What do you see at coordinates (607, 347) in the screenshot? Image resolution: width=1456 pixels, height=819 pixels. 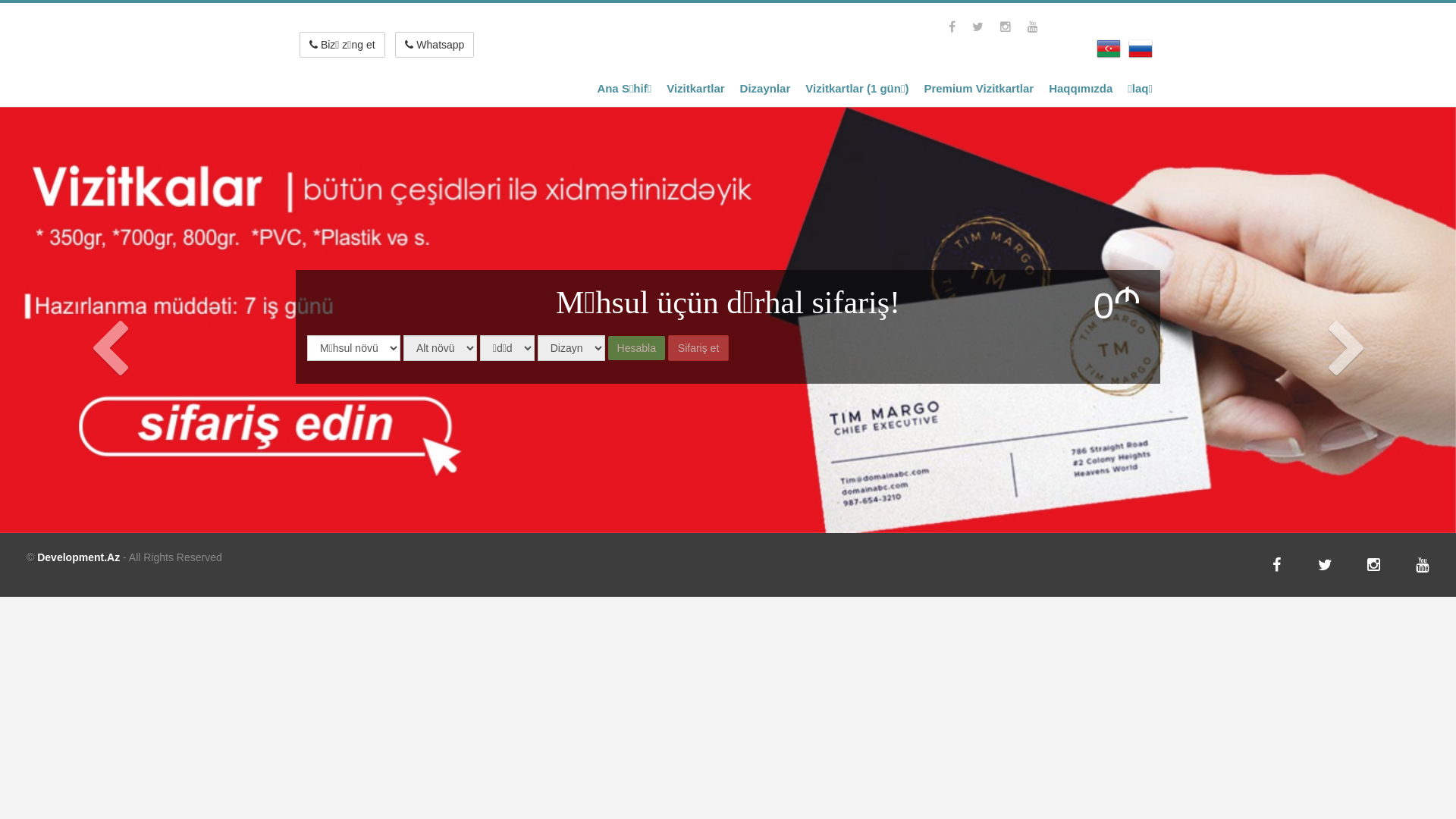 I see `'Hesabla'` at bounding box center [607, 347].